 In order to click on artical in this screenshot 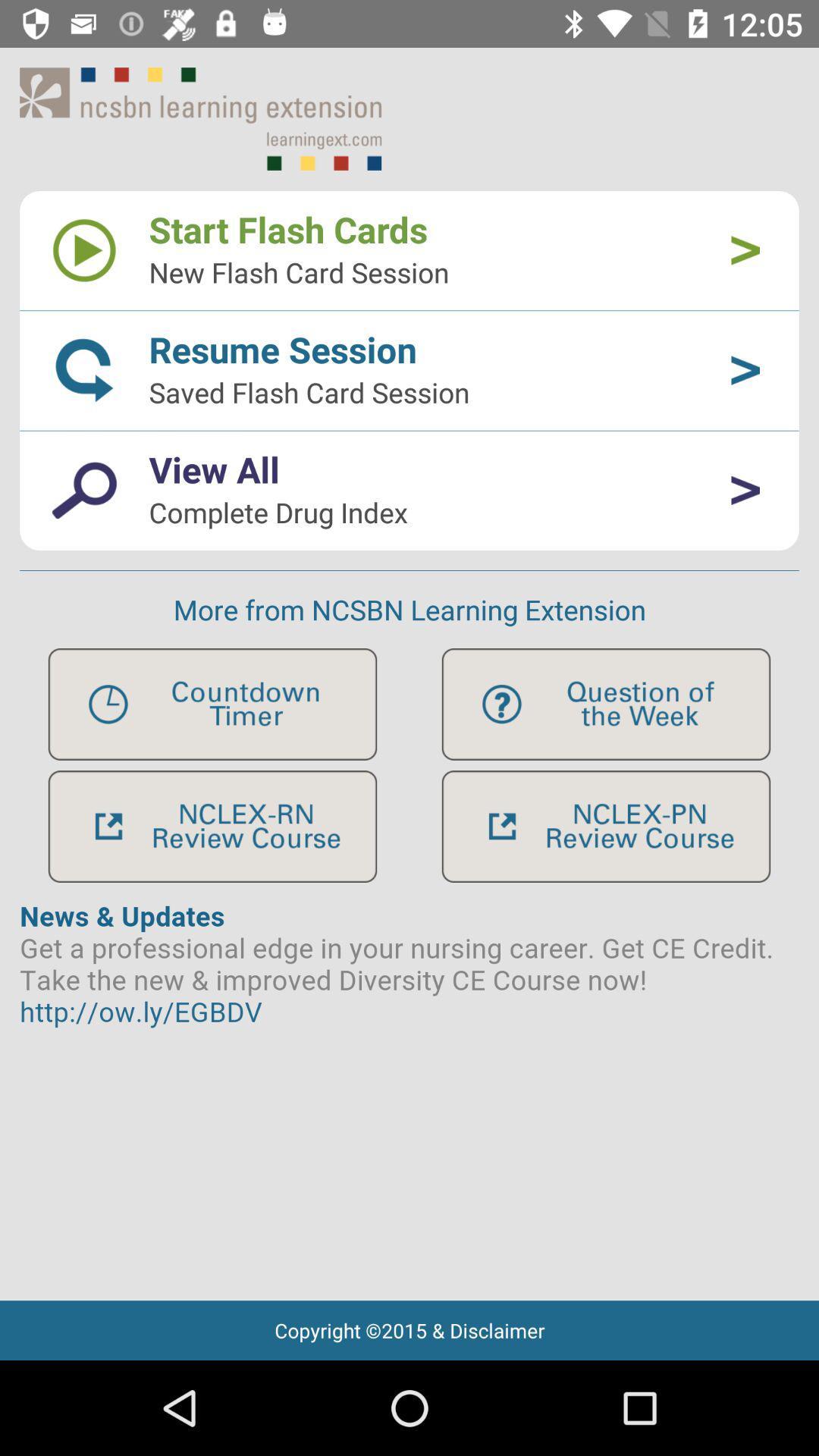, I will do `click(409, 1090)`.